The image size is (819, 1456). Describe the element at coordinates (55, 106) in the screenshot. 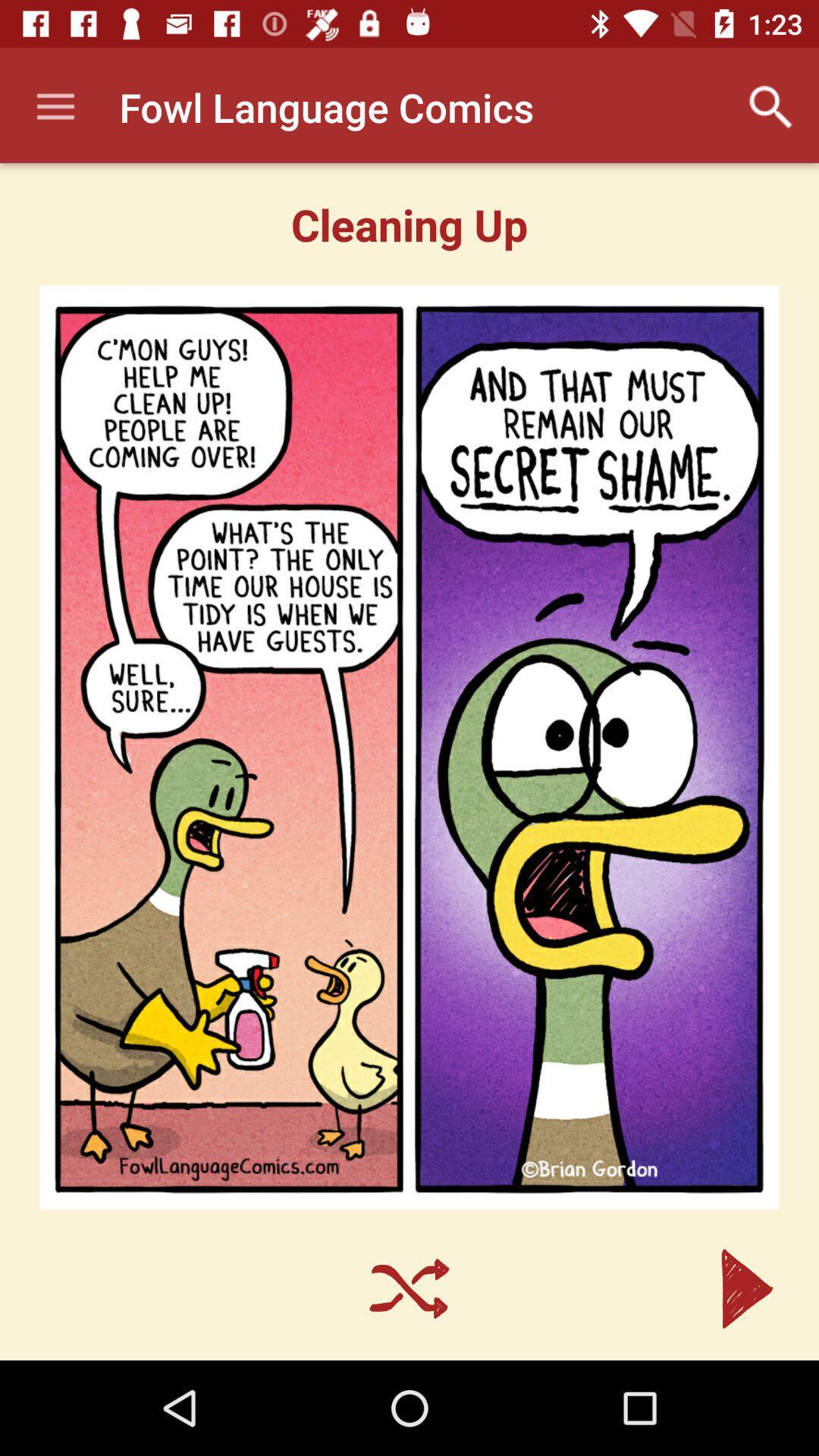

I see `item to the left of the fowl language comics app` at that location.